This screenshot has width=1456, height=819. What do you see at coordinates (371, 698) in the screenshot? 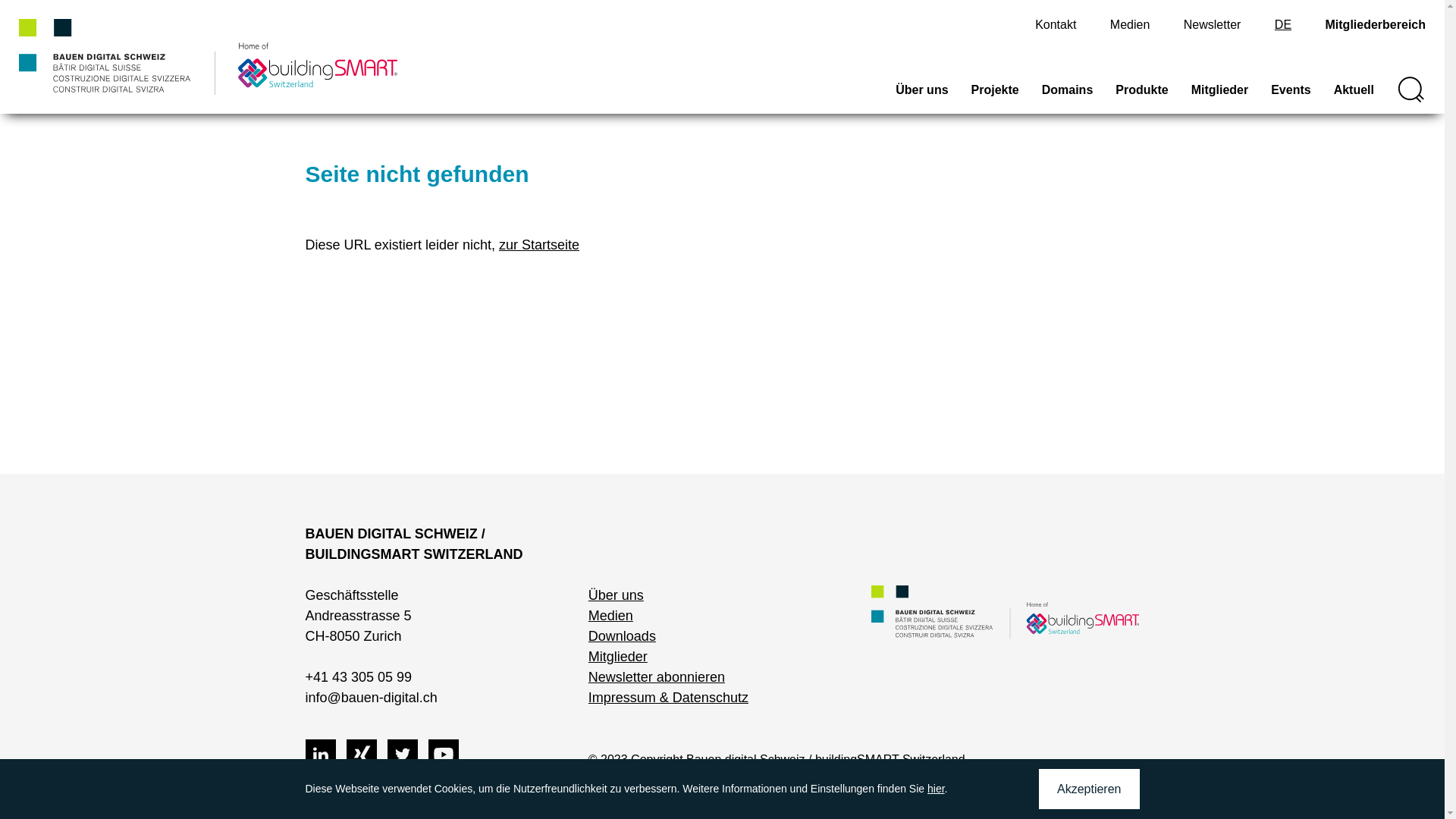
I see `'info@bauen-digital.ch'` at bounding box center [371, 698].